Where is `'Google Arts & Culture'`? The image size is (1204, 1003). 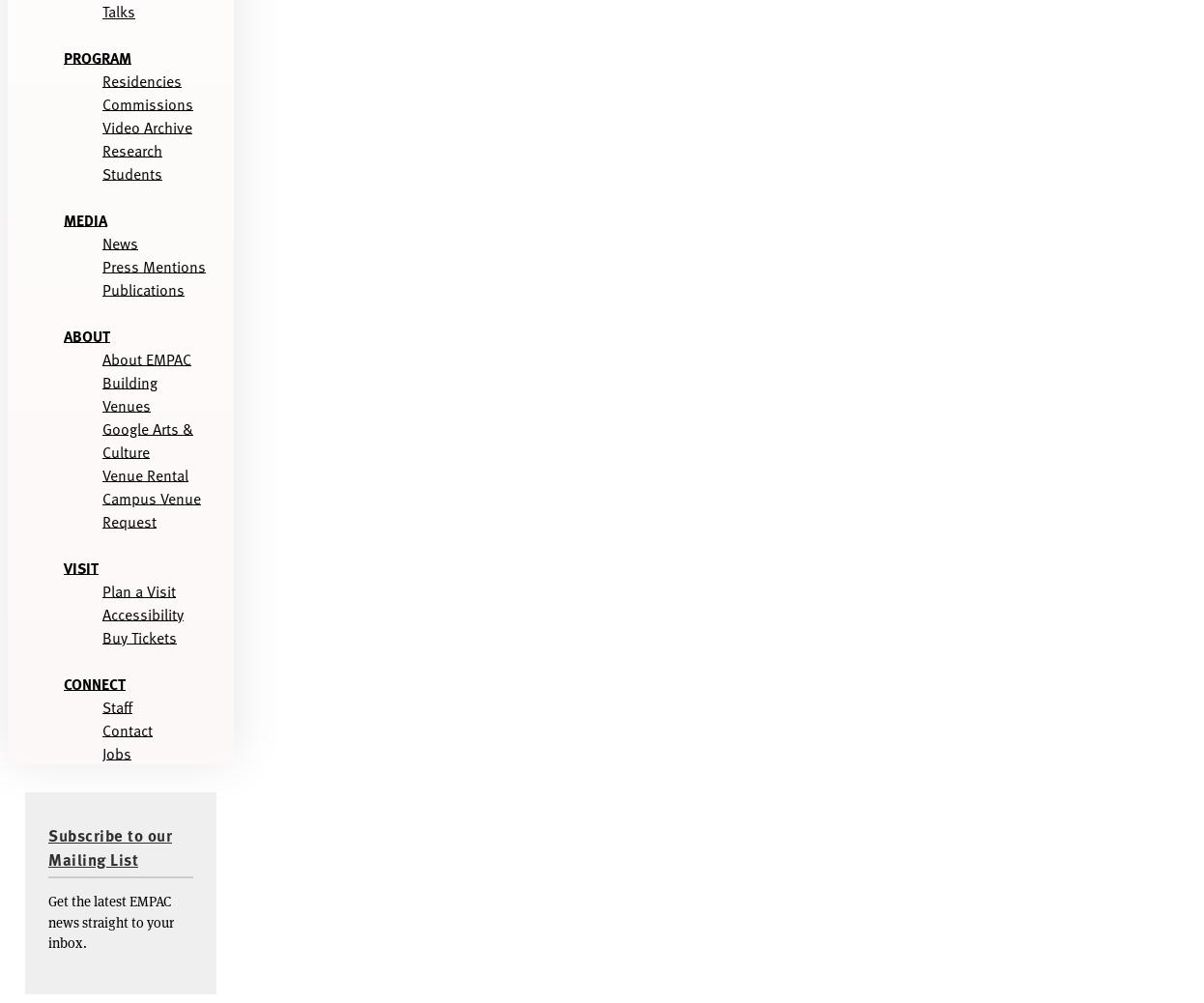
'Google Arts & Culture' is located at coordinates (148, 439).